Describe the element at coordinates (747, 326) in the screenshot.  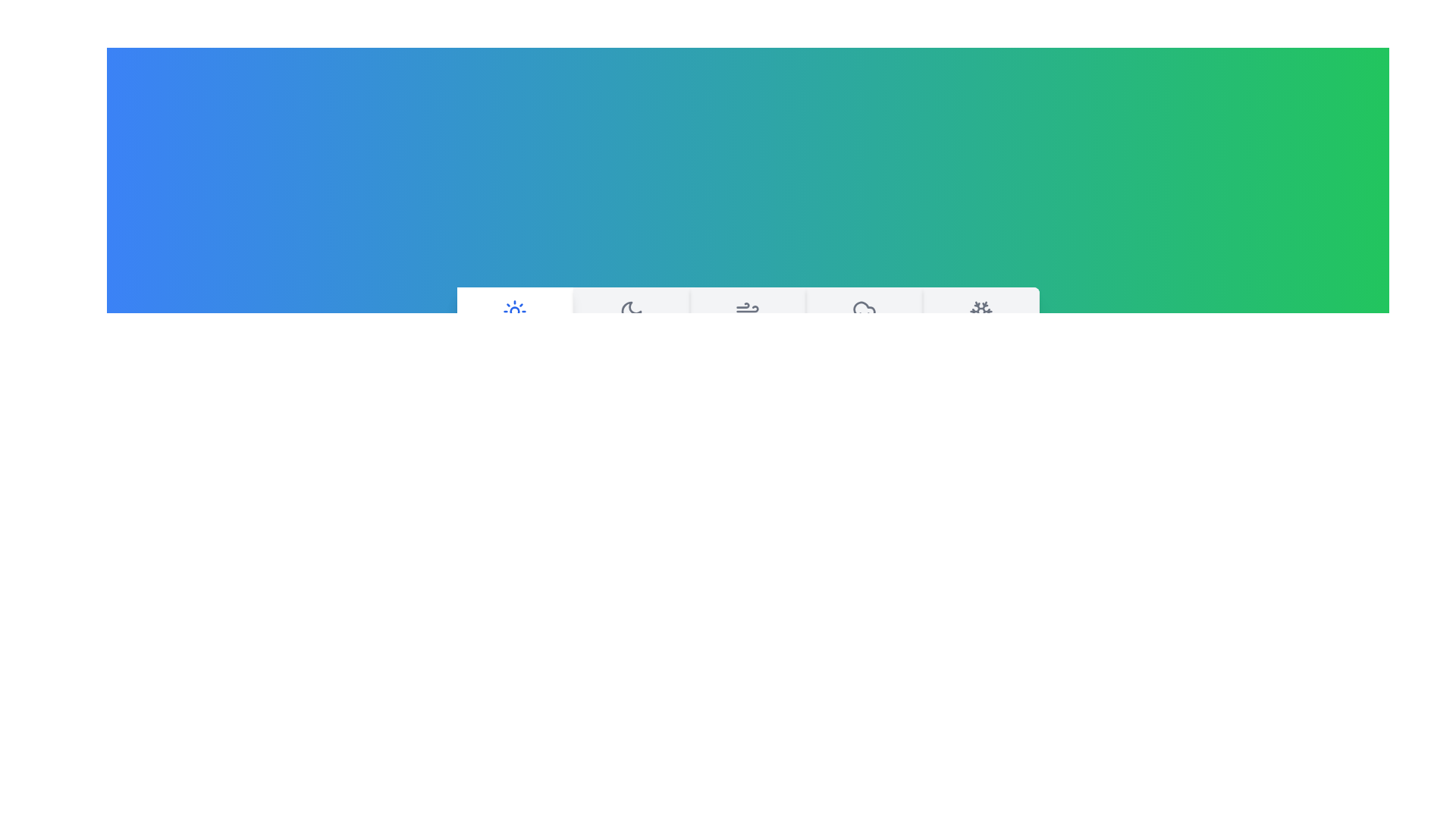
I see `the Windy tab to view its details` at that location.